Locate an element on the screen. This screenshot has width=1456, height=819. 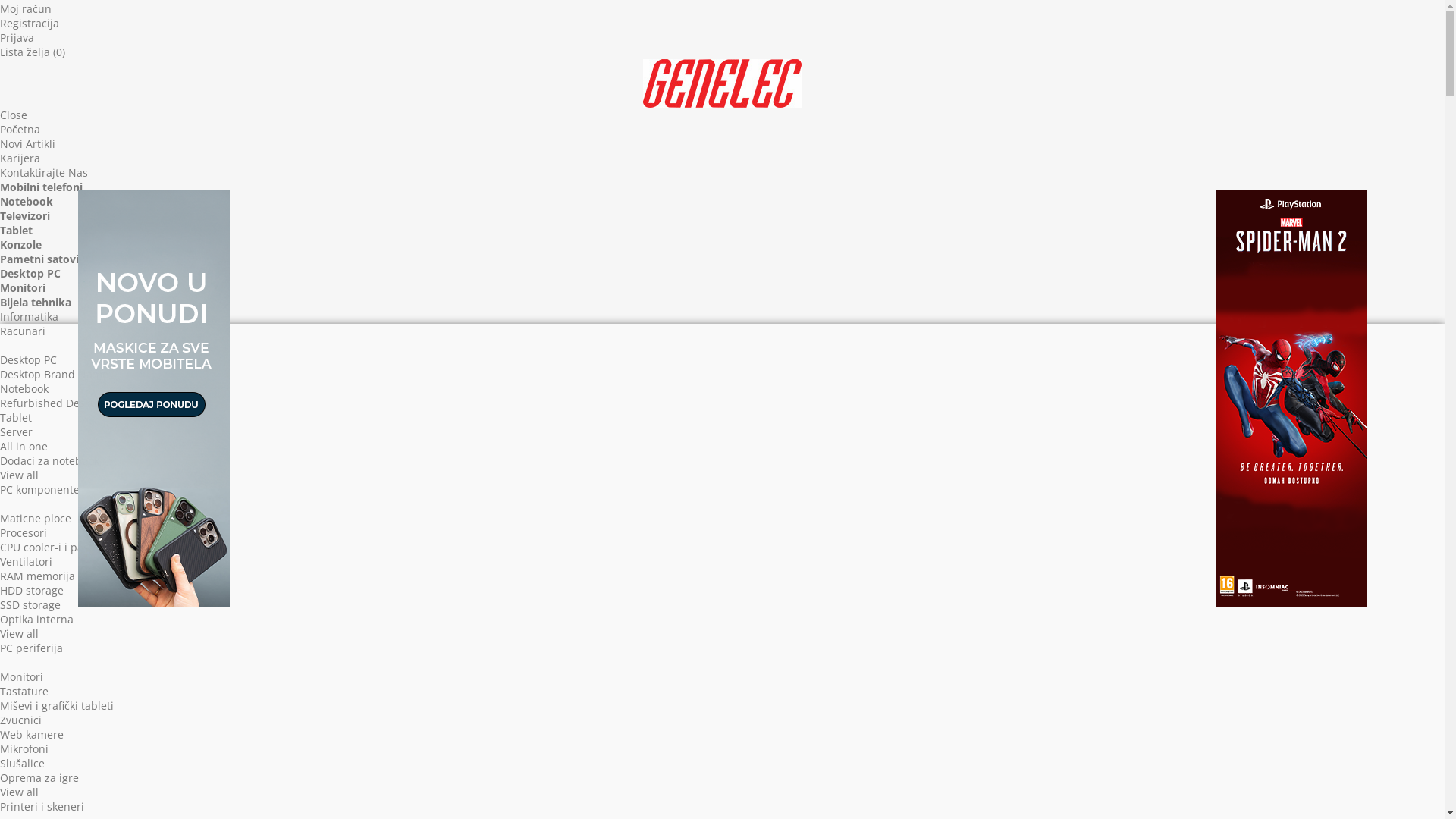
'Printeri i skeneri' is located at coordinates (42, 805).